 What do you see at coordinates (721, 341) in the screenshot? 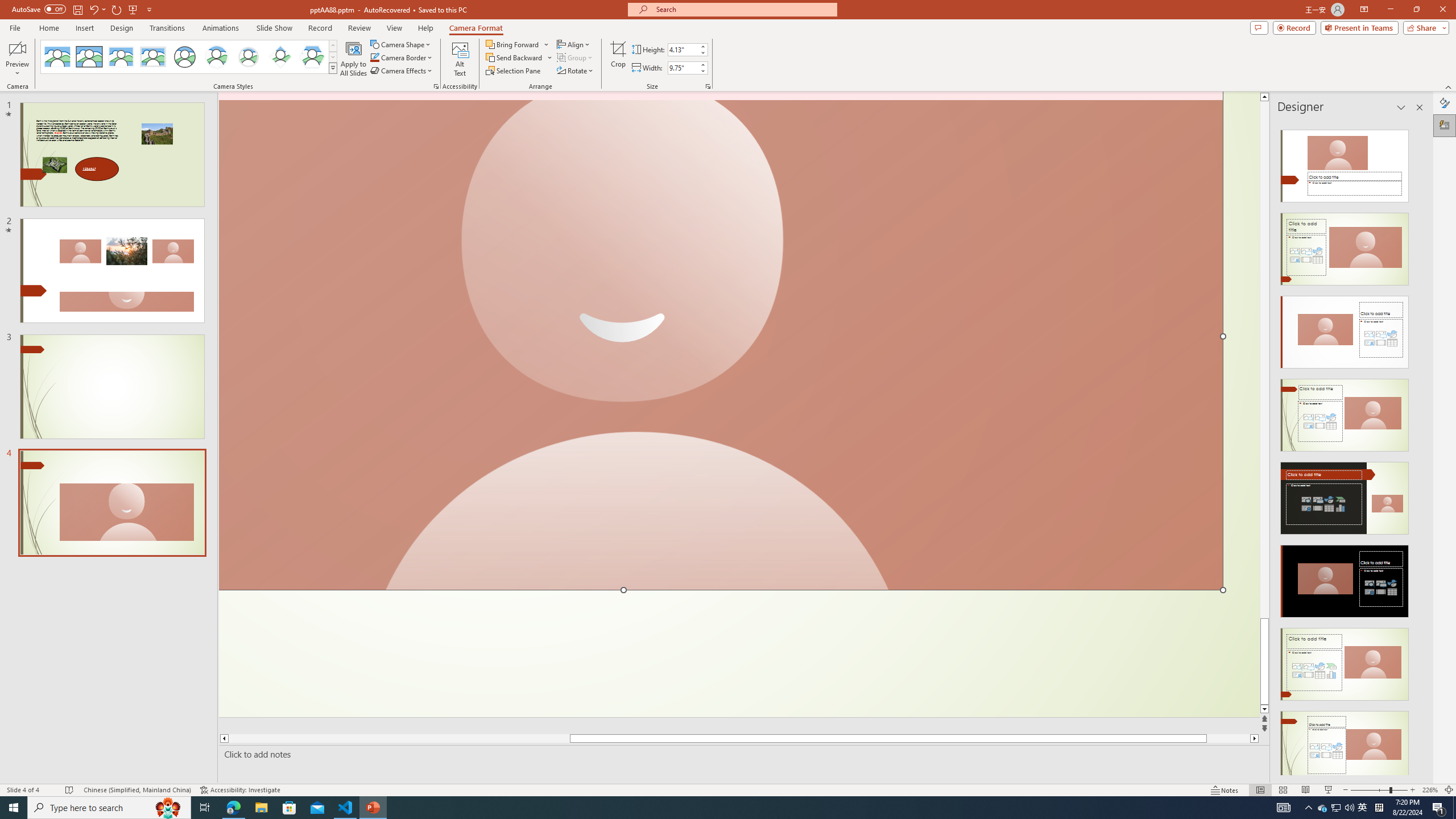
I see `'Camera 3, No camera detected.'` at bounding box center [721, 341].